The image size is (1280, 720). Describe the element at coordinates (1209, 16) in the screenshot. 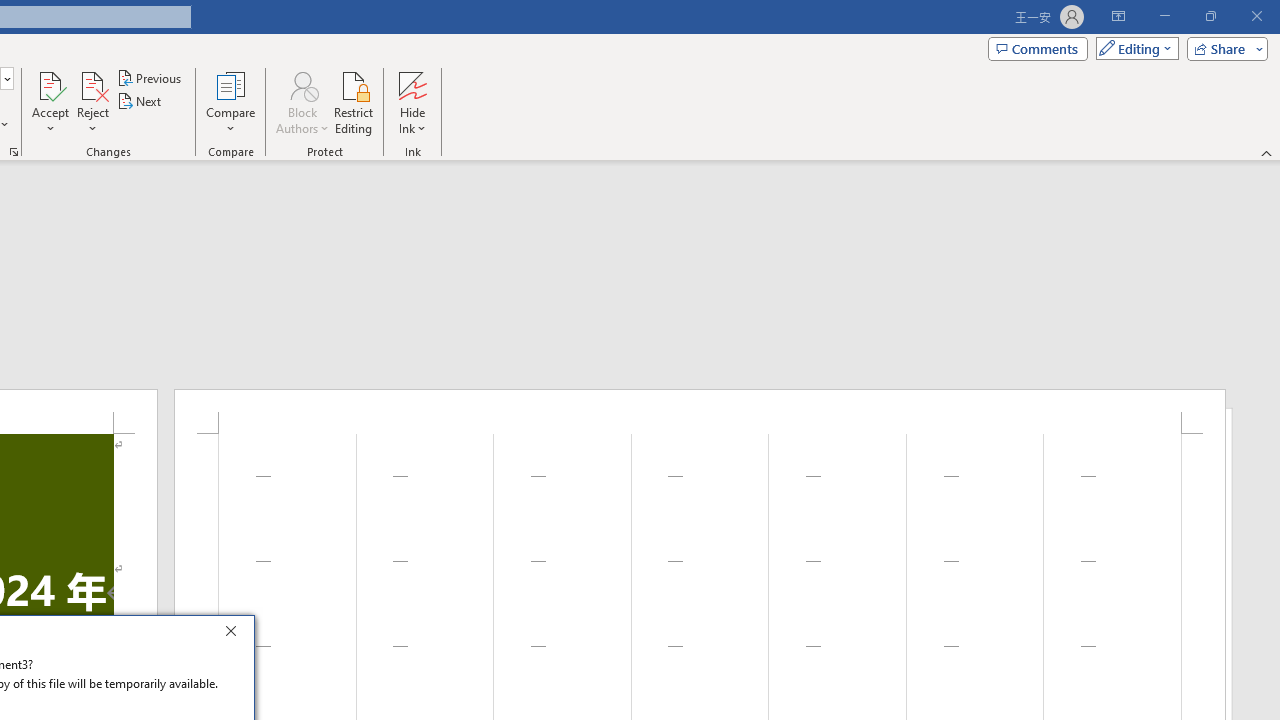

I see `'Restore Down'` at that location.